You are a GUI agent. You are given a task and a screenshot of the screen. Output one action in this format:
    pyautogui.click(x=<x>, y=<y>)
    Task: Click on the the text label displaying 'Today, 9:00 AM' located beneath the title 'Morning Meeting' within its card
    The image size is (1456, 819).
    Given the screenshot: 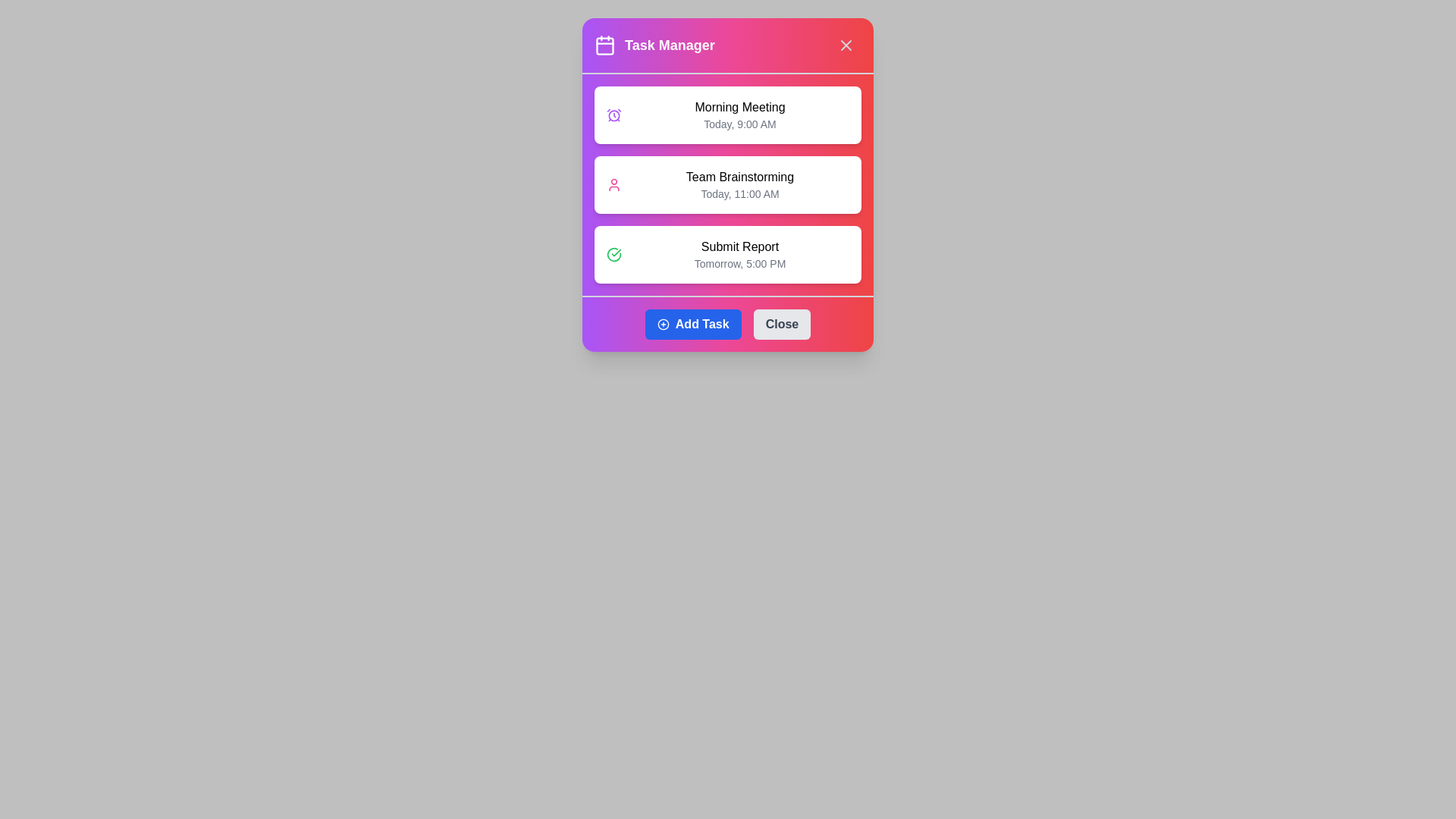 What is the action you would take?
    pyautogui.click(x=739, y=124)
    